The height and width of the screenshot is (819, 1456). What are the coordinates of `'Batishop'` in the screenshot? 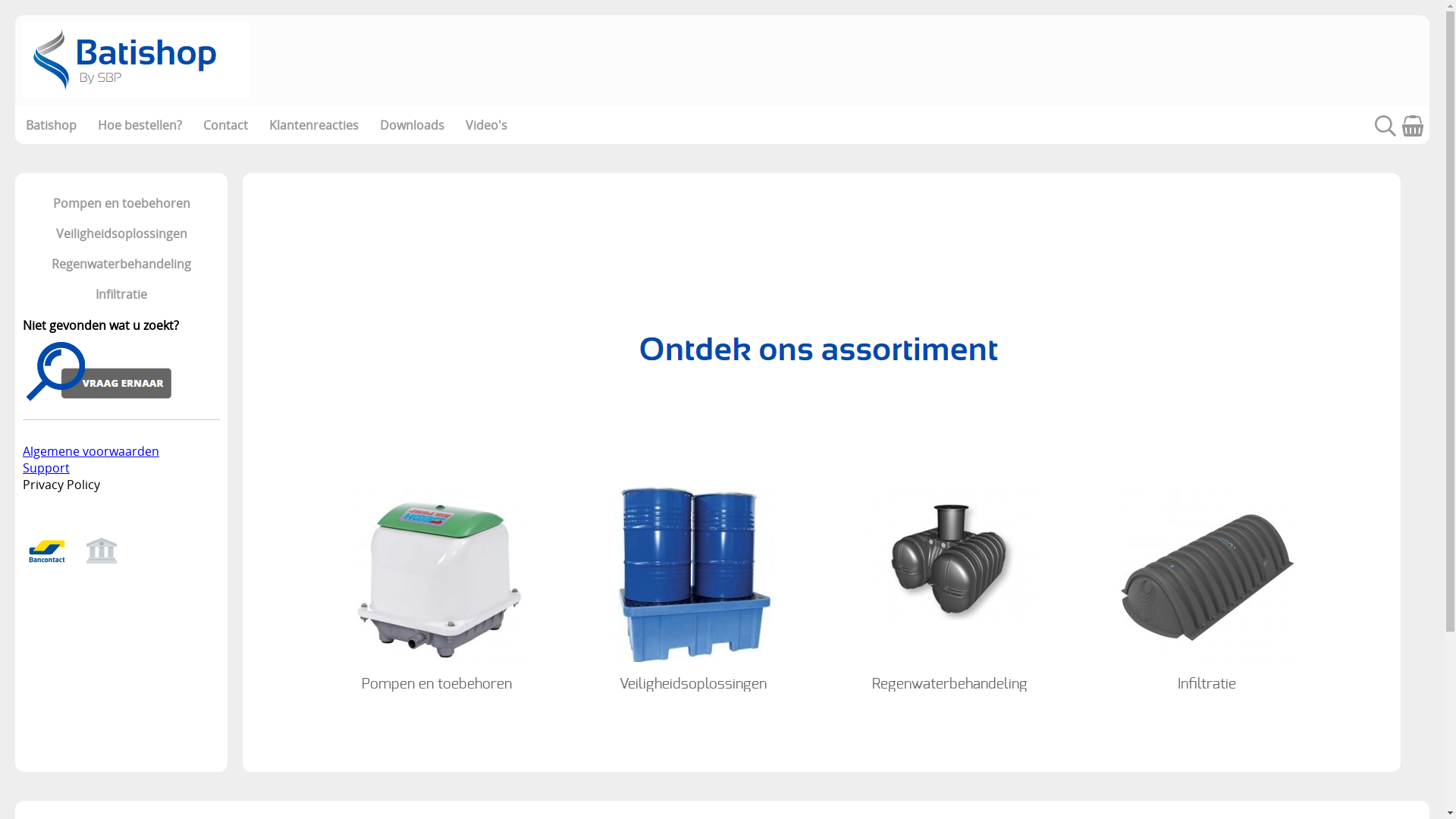 It's located at (51, 124).